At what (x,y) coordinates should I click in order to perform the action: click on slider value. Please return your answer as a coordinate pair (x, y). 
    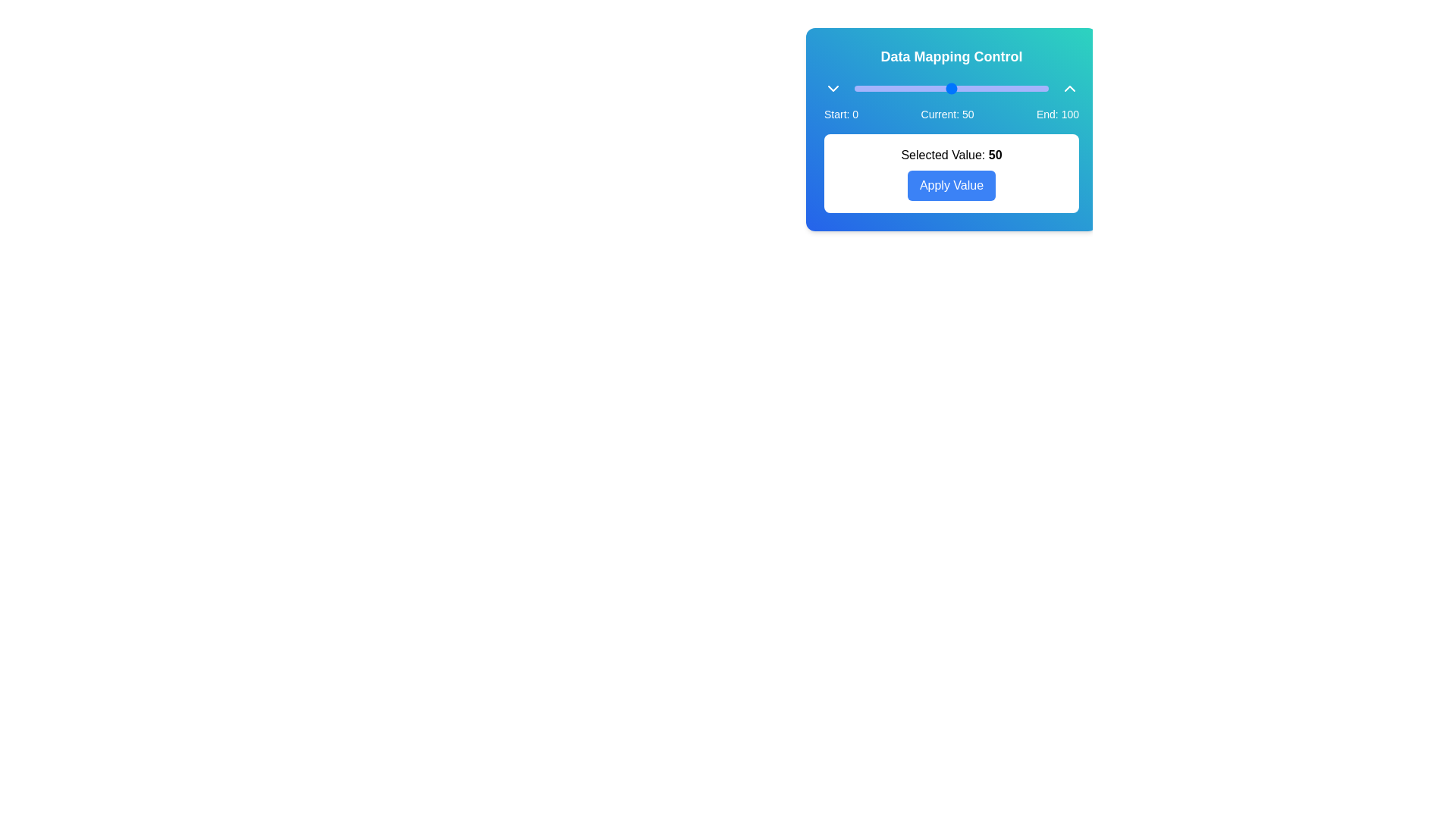
    Looking at the image, I should click on (945, 85).